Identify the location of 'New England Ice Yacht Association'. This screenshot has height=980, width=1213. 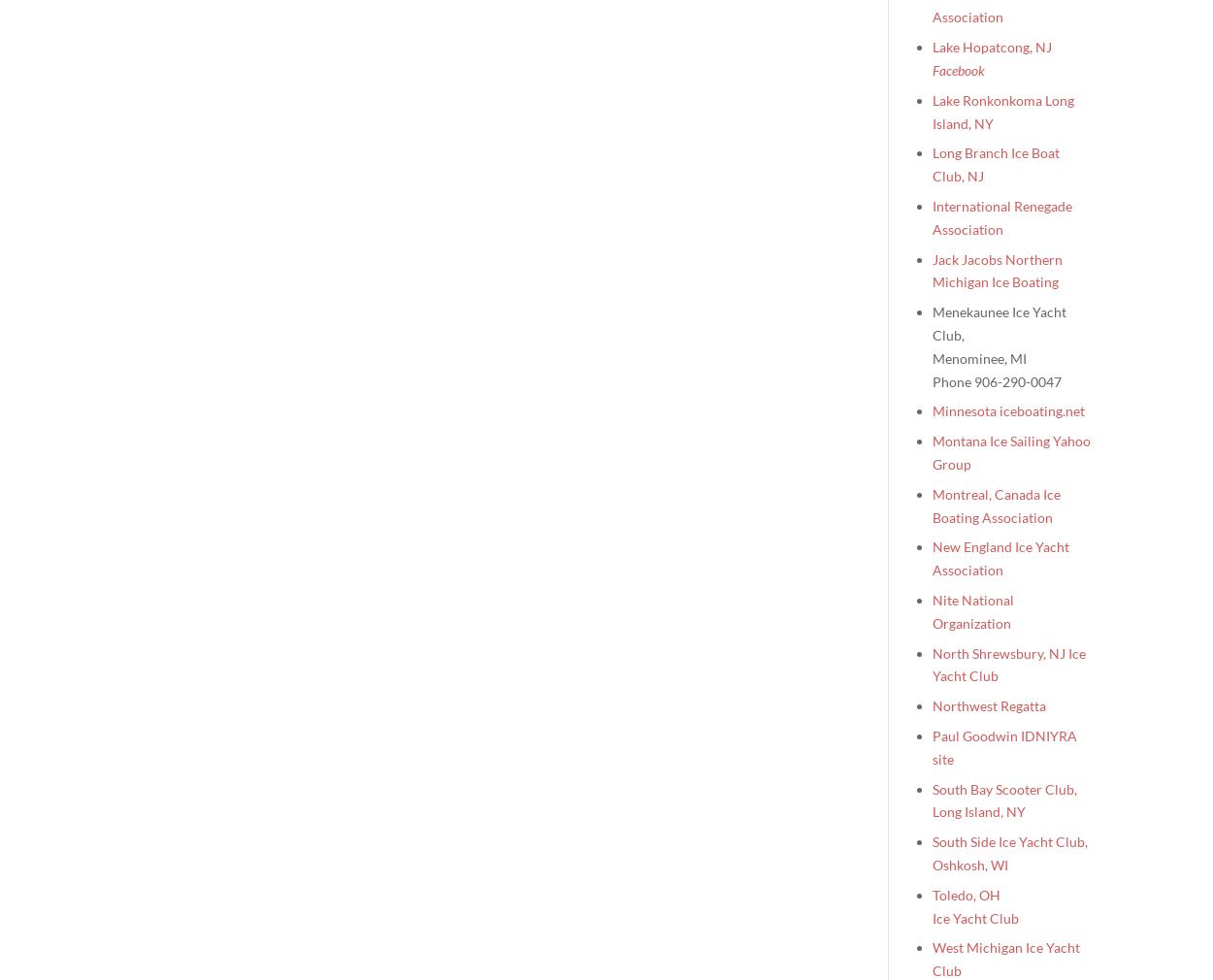
(1000, 557).